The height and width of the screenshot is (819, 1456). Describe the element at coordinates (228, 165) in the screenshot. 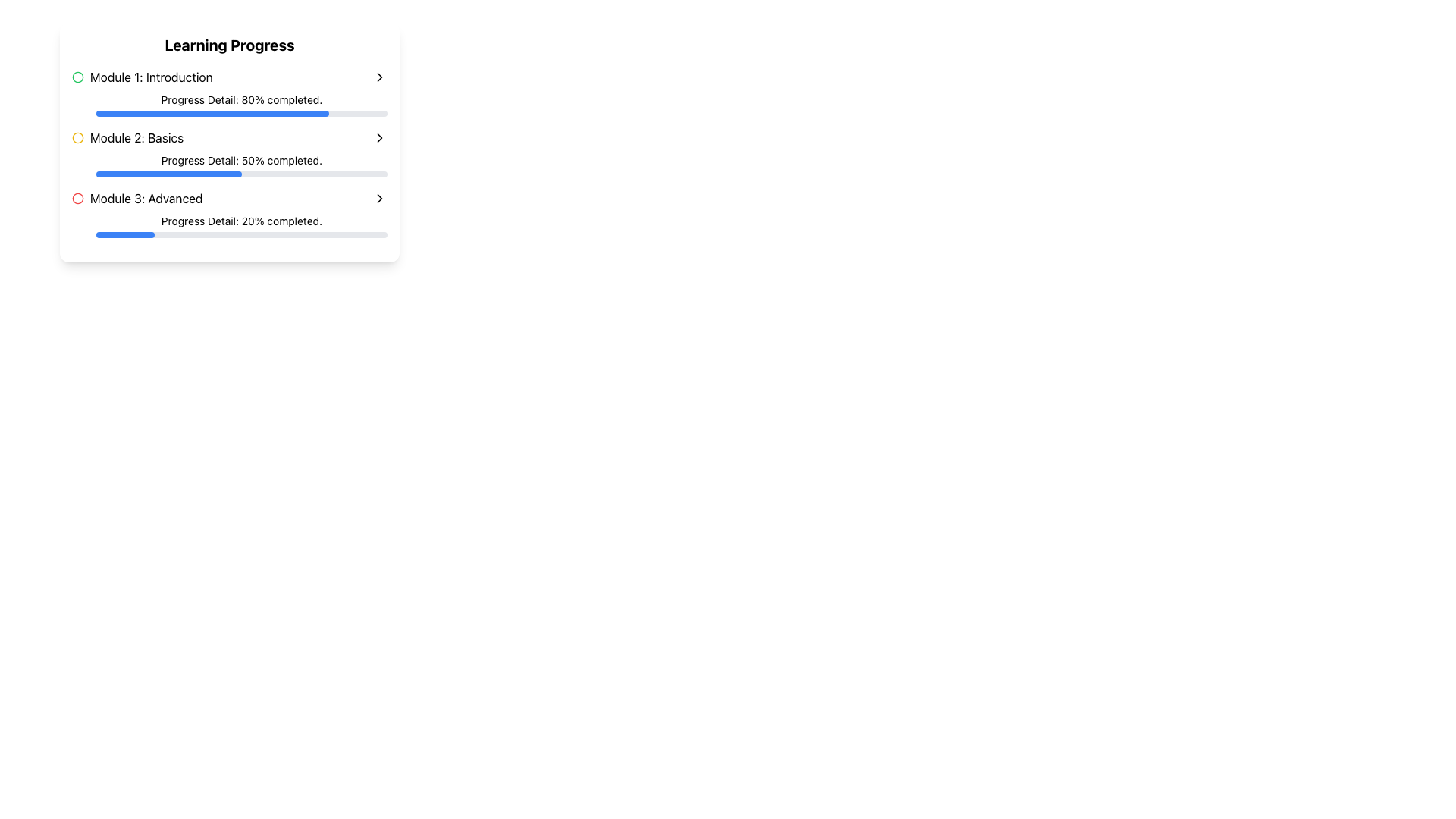

I see `progress text '50% completed' from the progress bar UI element located under 'Module 2: Basics' in the second row of the learning progress sections` at that location.